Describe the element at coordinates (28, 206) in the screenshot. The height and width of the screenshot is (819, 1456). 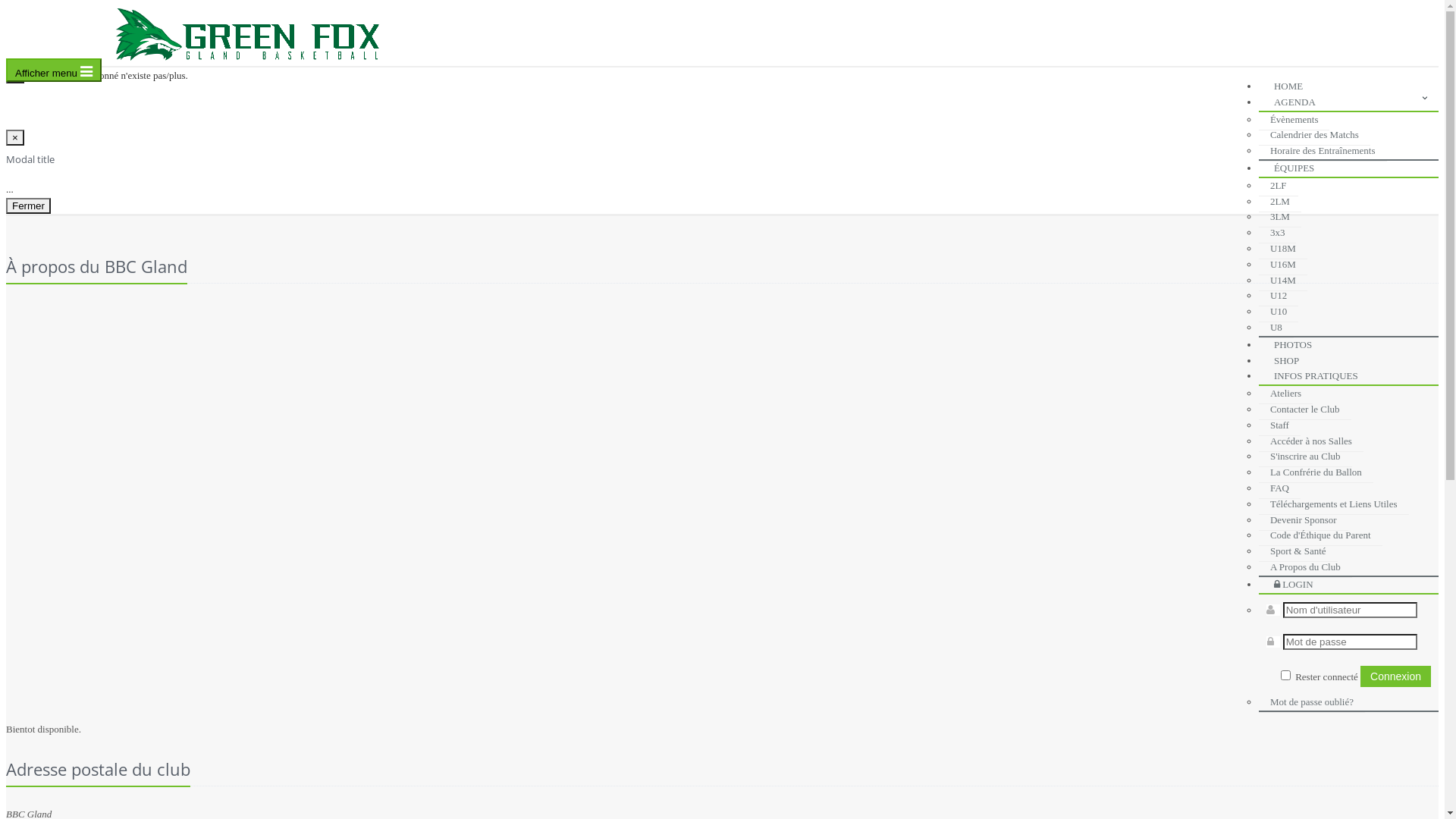
I see `'Fermer'` at that location.